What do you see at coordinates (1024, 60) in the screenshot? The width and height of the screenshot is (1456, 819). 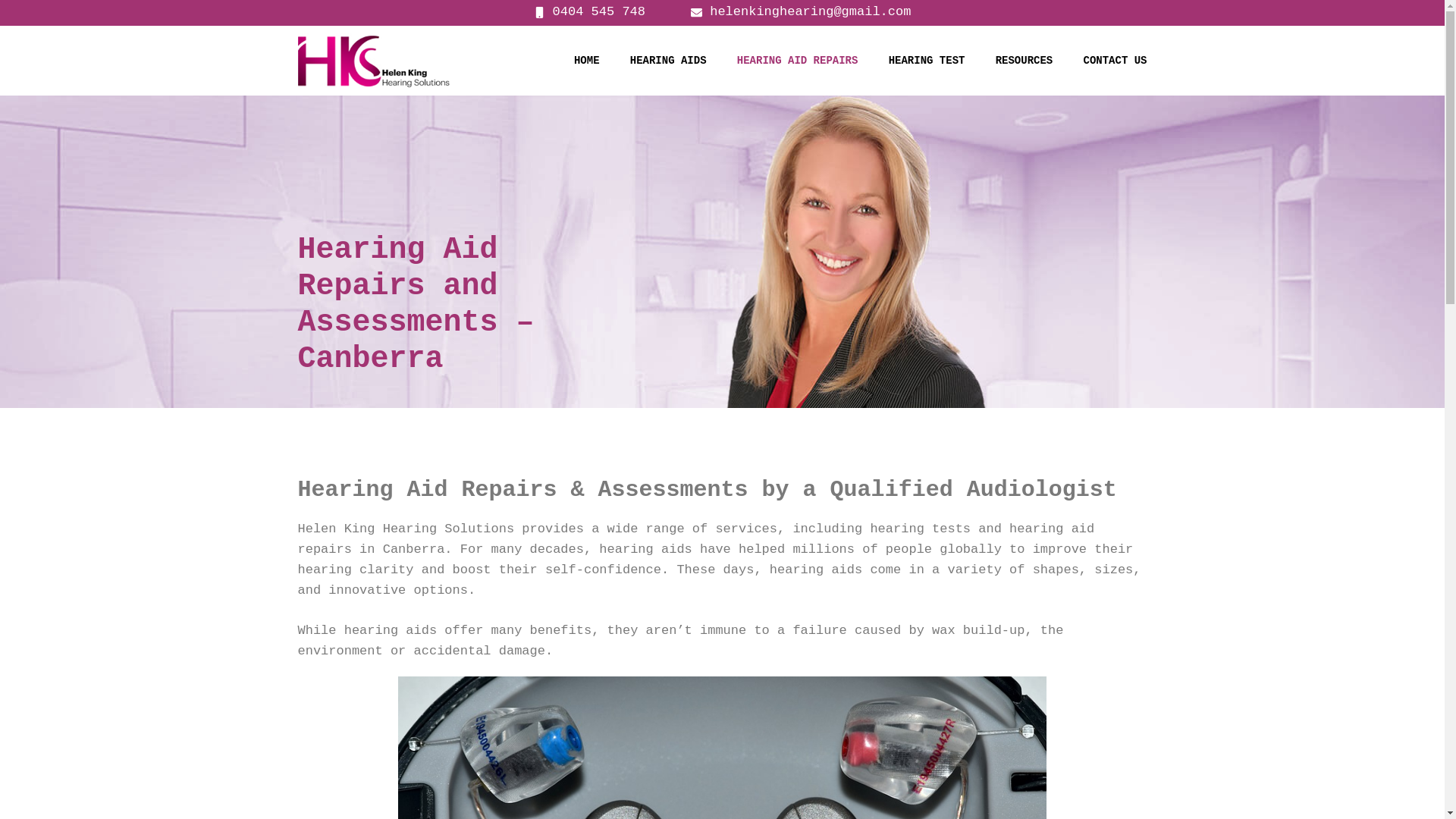 I see `'RESOURCES'` at bounding box center [1024, 60].